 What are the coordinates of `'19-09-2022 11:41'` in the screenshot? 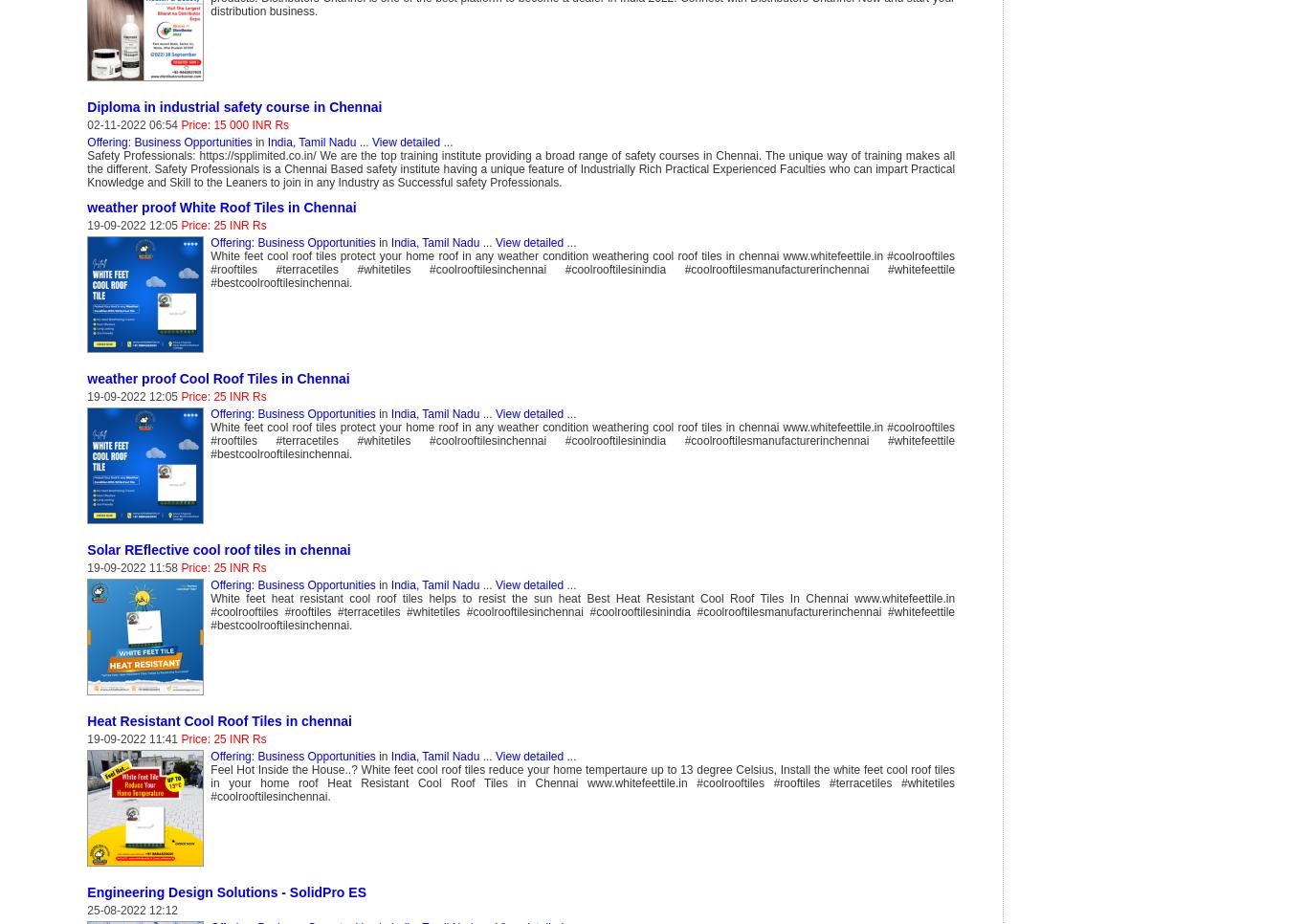 It's located at (133, 737).